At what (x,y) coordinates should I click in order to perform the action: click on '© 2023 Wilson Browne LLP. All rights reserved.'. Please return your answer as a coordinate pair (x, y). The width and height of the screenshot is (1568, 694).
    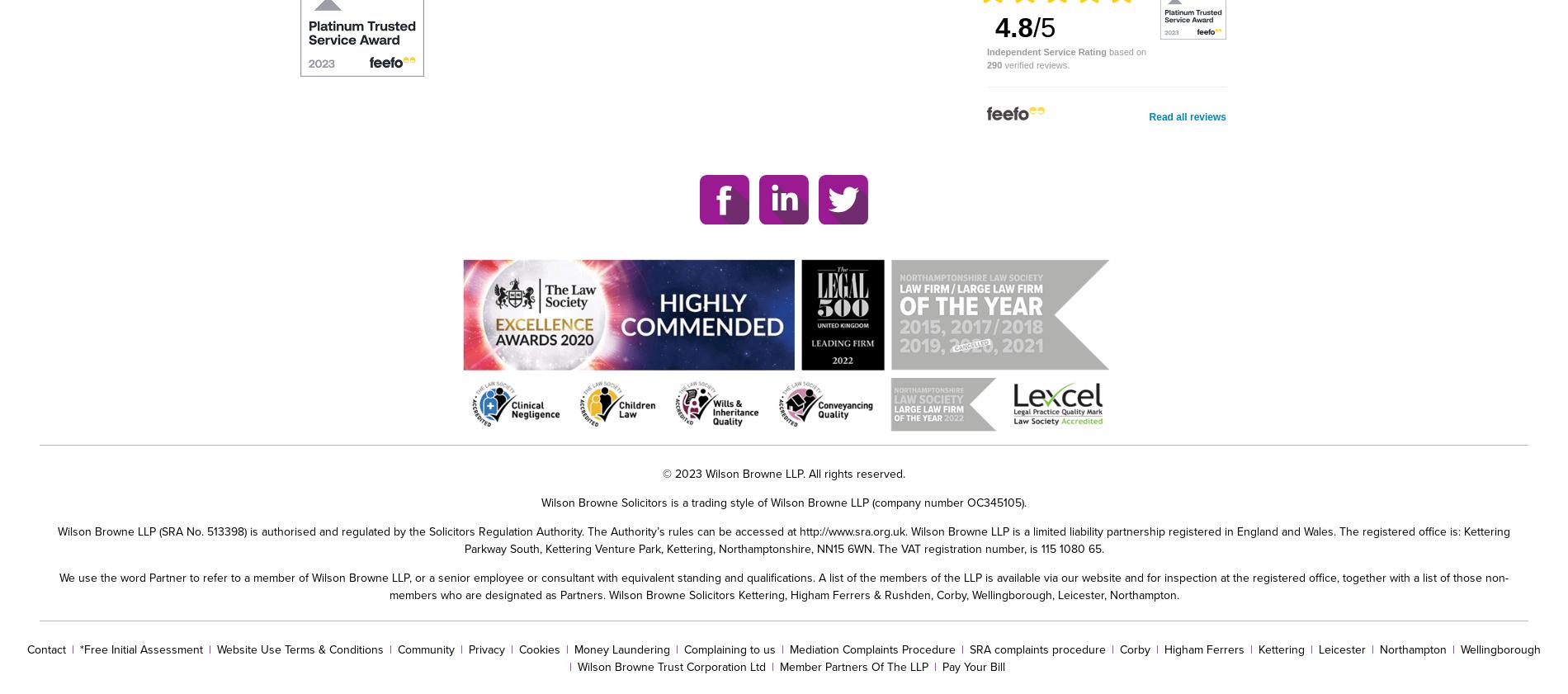
    Looking at the image, I should click on (784, 473).